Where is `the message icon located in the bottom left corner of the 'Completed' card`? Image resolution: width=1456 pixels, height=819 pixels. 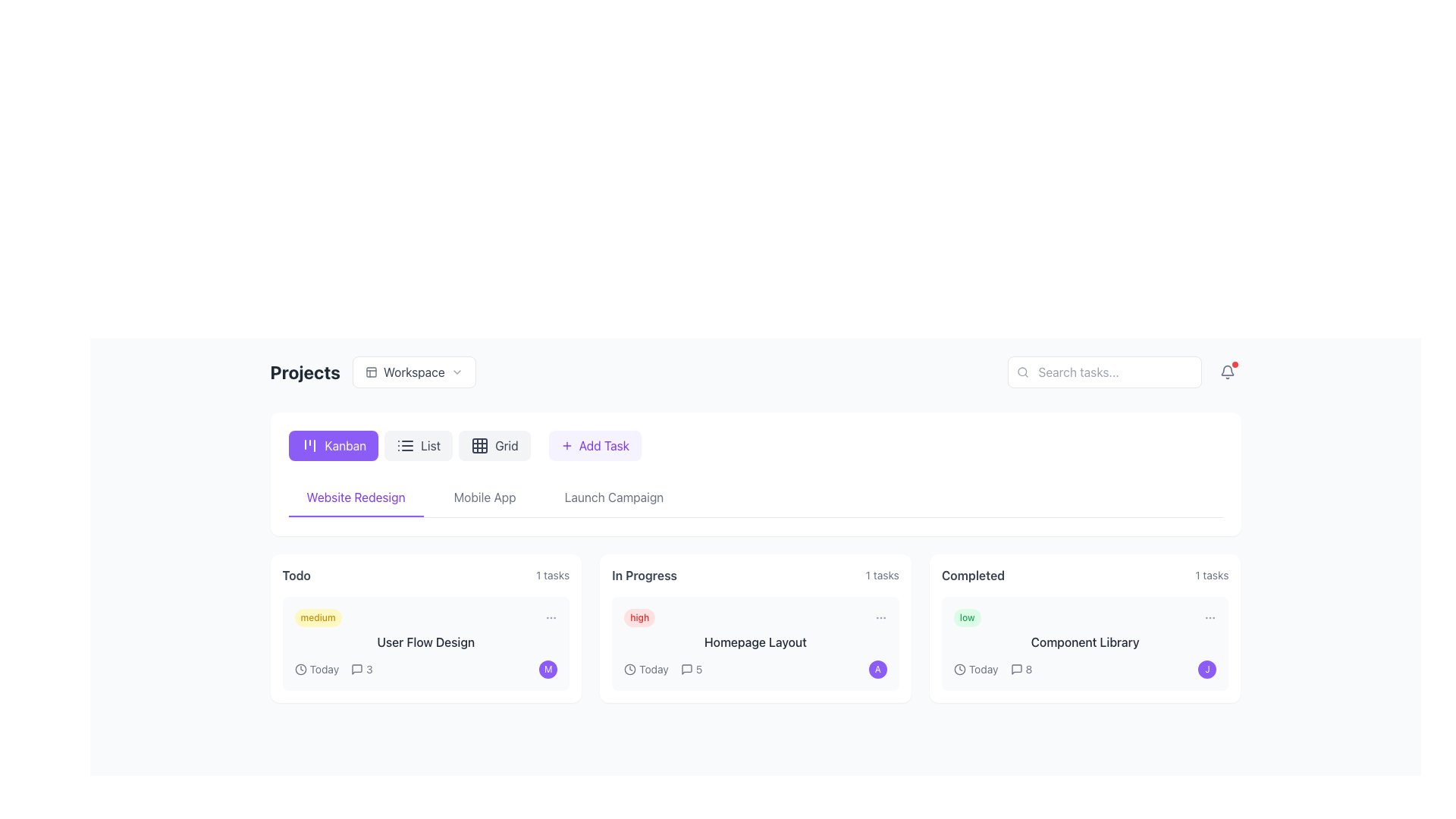 the message icon located in the bottom left corner of the 'Completed' card is located at coordinates (1016, 669).